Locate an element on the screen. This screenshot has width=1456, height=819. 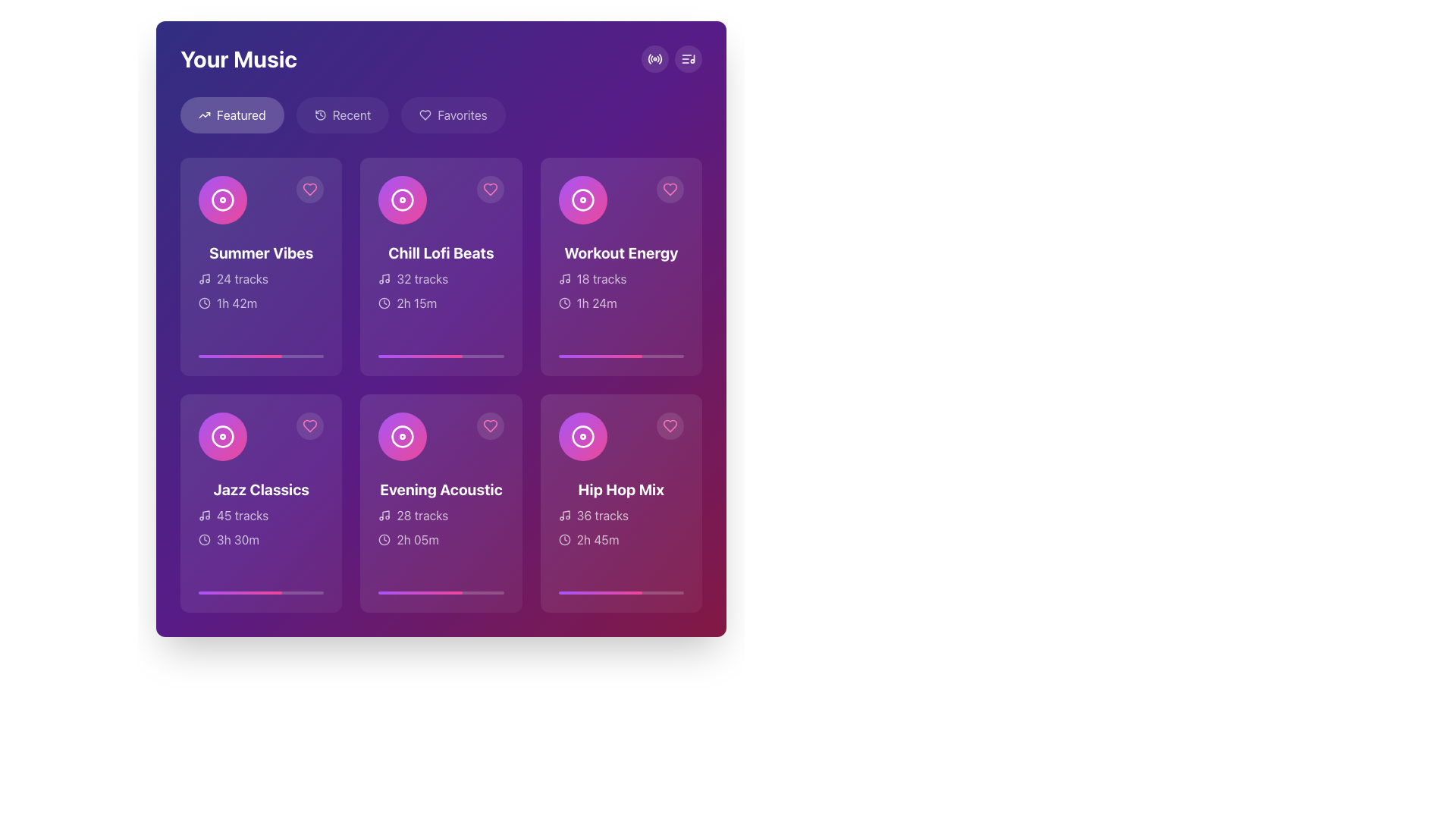
the circular button with a musical note icon located at the top-right corner of the interface is located at coordinates (687, 58).